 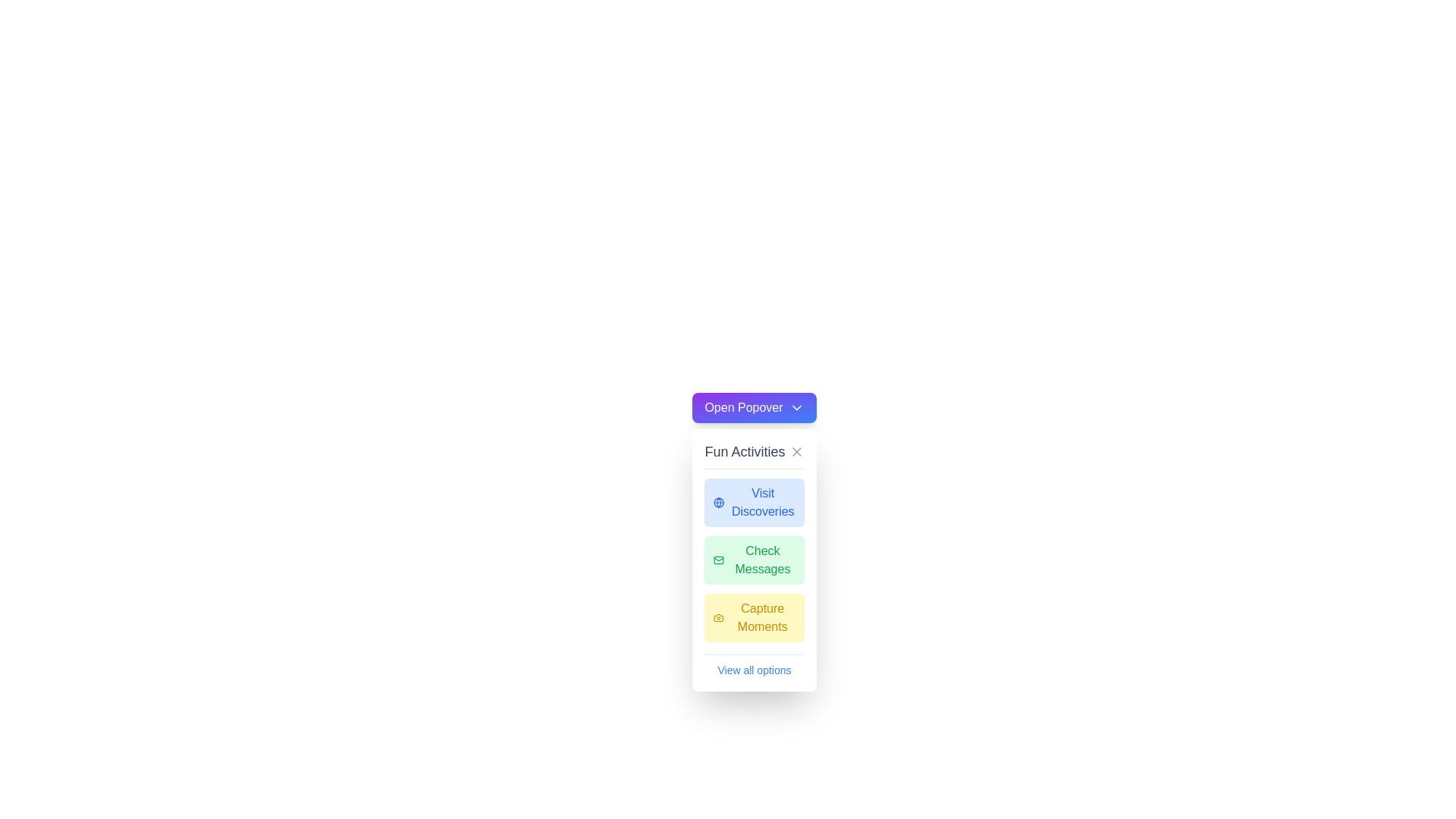 What do you see at coordinates (795, 406) in the screenshot?
I see `the downward-pointing chevron icon inside the 'Open Popover' button` at bounding box center [795, 406].